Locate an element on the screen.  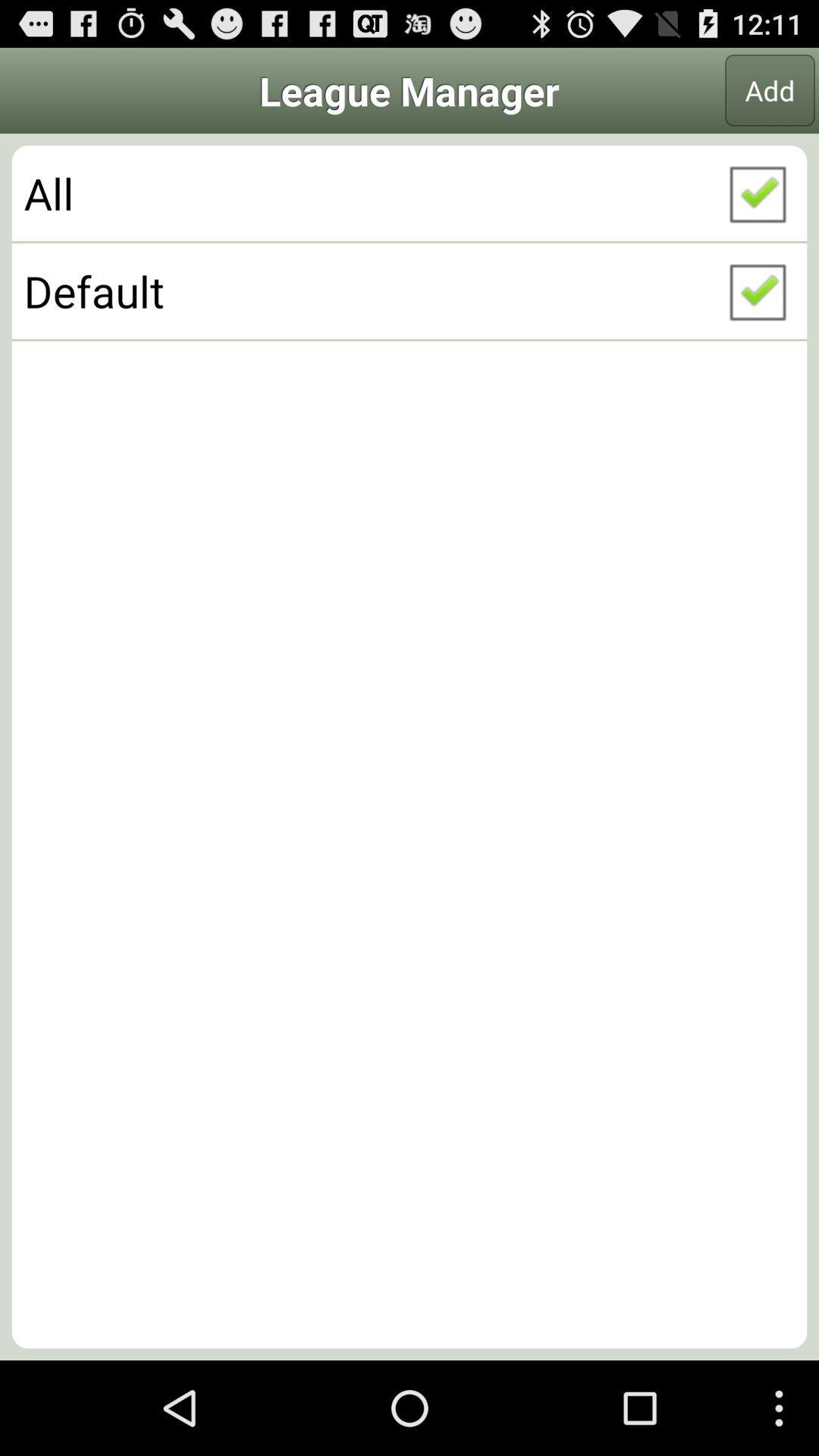
item at the top right corner is located at coordinates (770, 89).